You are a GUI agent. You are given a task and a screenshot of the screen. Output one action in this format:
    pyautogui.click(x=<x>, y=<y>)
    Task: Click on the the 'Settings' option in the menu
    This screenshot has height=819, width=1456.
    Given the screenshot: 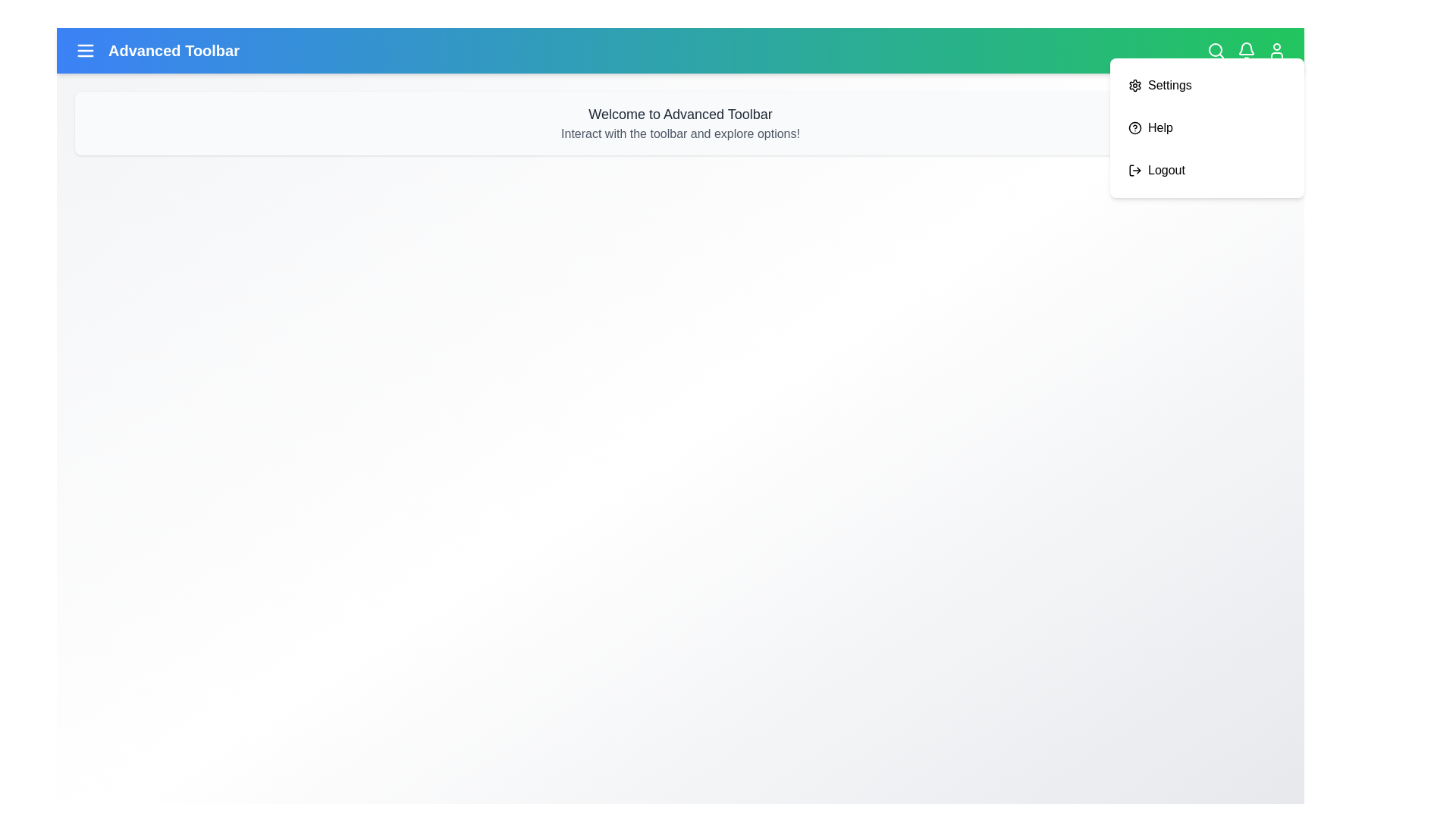 What is the action you would take?
    pyautogui.click(x=1207, y=85)
    